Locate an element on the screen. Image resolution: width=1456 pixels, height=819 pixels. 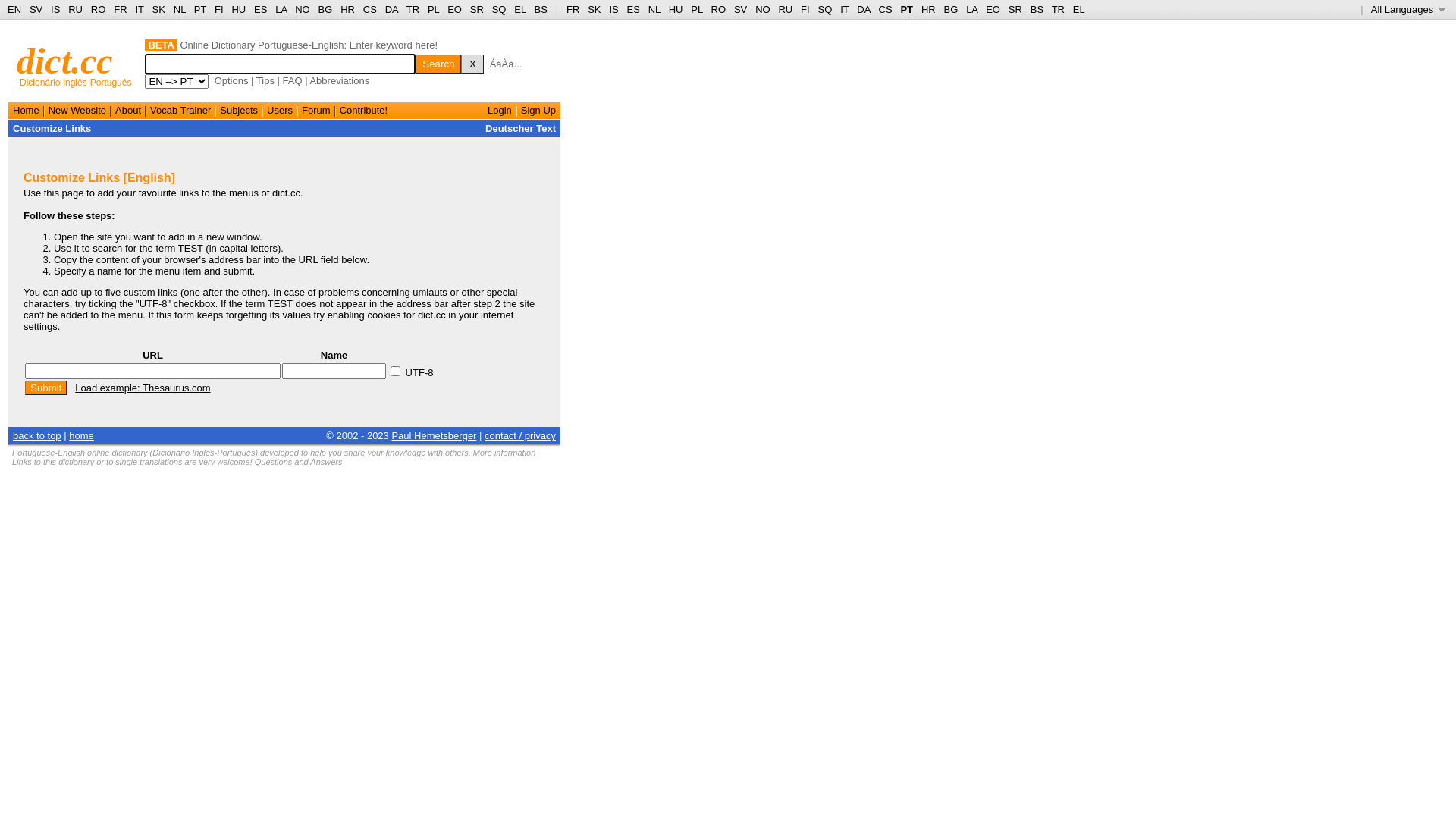
'FI' is located at coordinates (218, 9).